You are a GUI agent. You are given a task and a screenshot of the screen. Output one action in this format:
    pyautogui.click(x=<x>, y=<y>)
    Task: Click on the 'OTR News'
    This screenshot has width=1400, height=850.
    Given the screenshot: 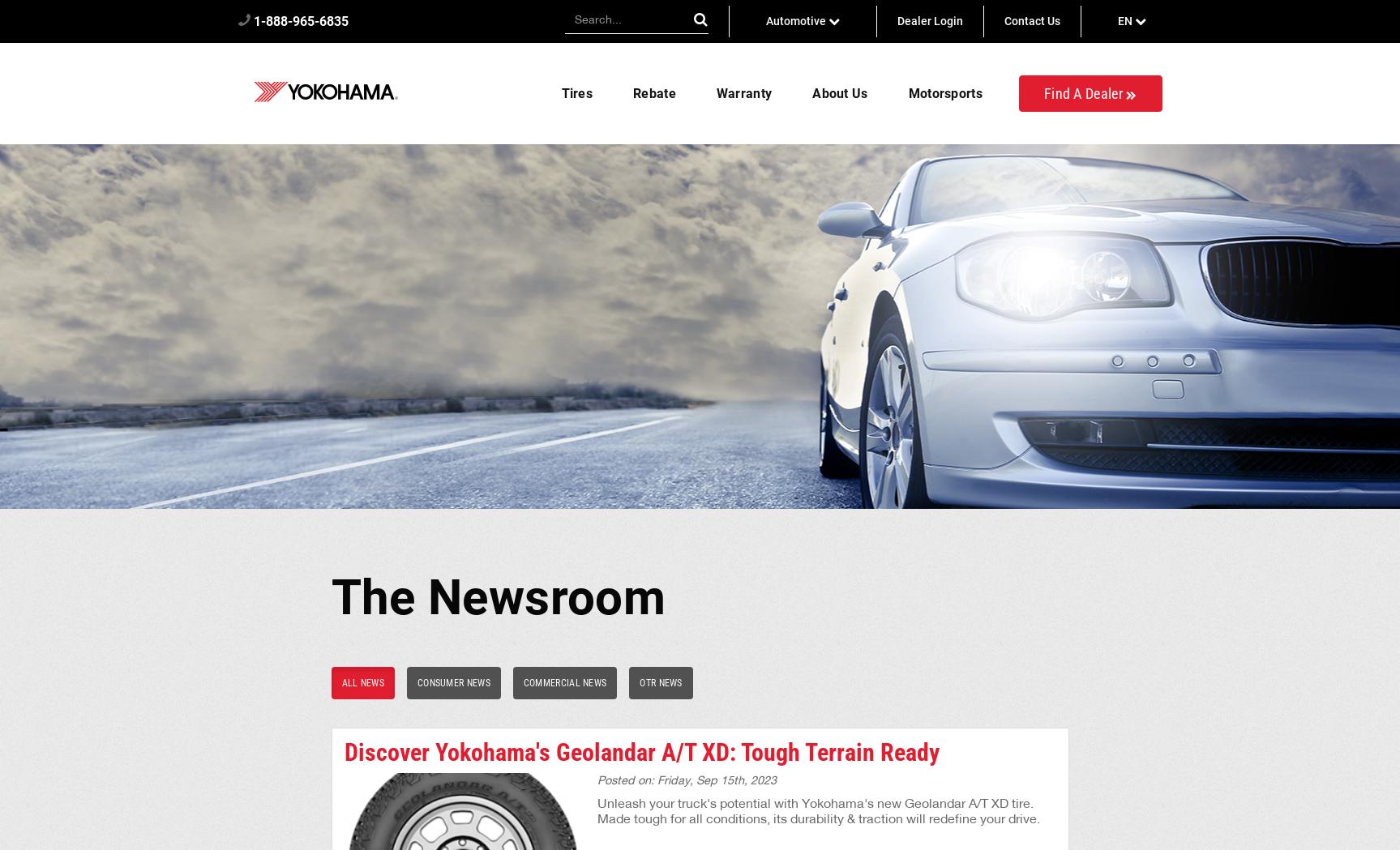 What is the action you would take?
    pyautogui.click(x=640, y=681)
    